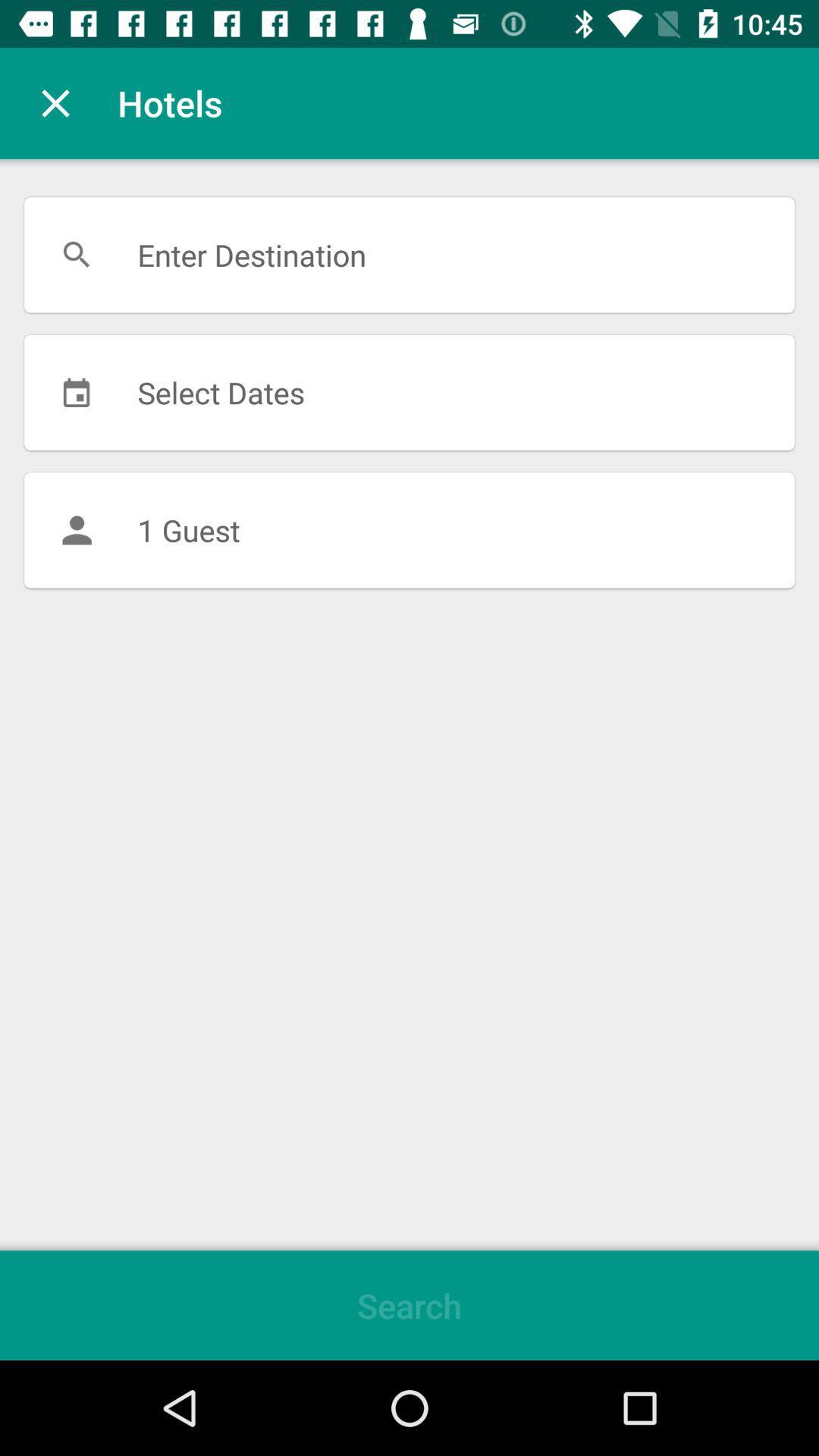 Image resolution: width=819 pixels, height=1456 pixels. I want to click on the icon above 1 guest item, so click(409, 392).